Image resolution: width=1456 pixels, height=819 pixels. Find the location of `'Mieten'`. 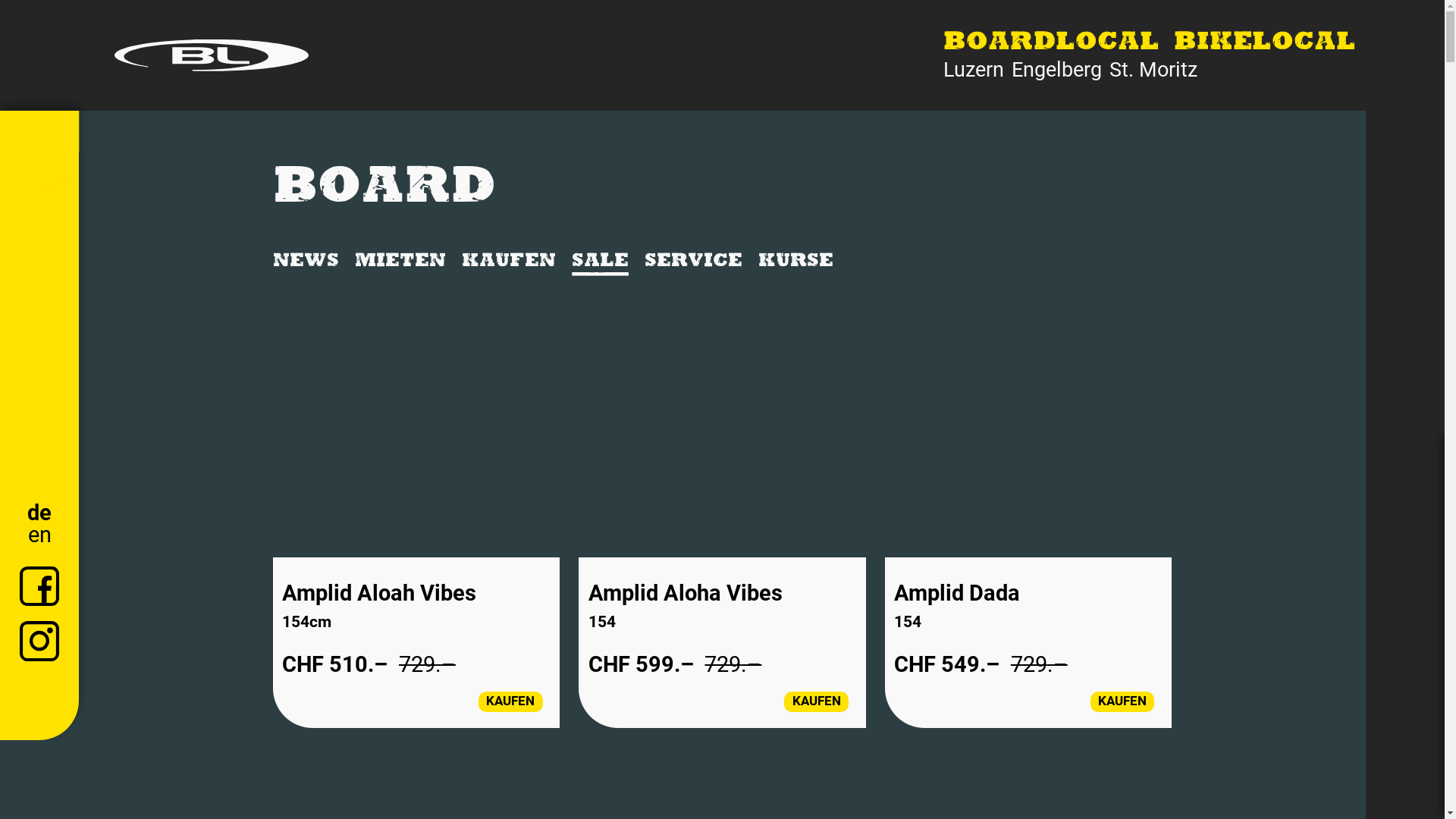

'Mieten' is located at coordinates (400, 261).